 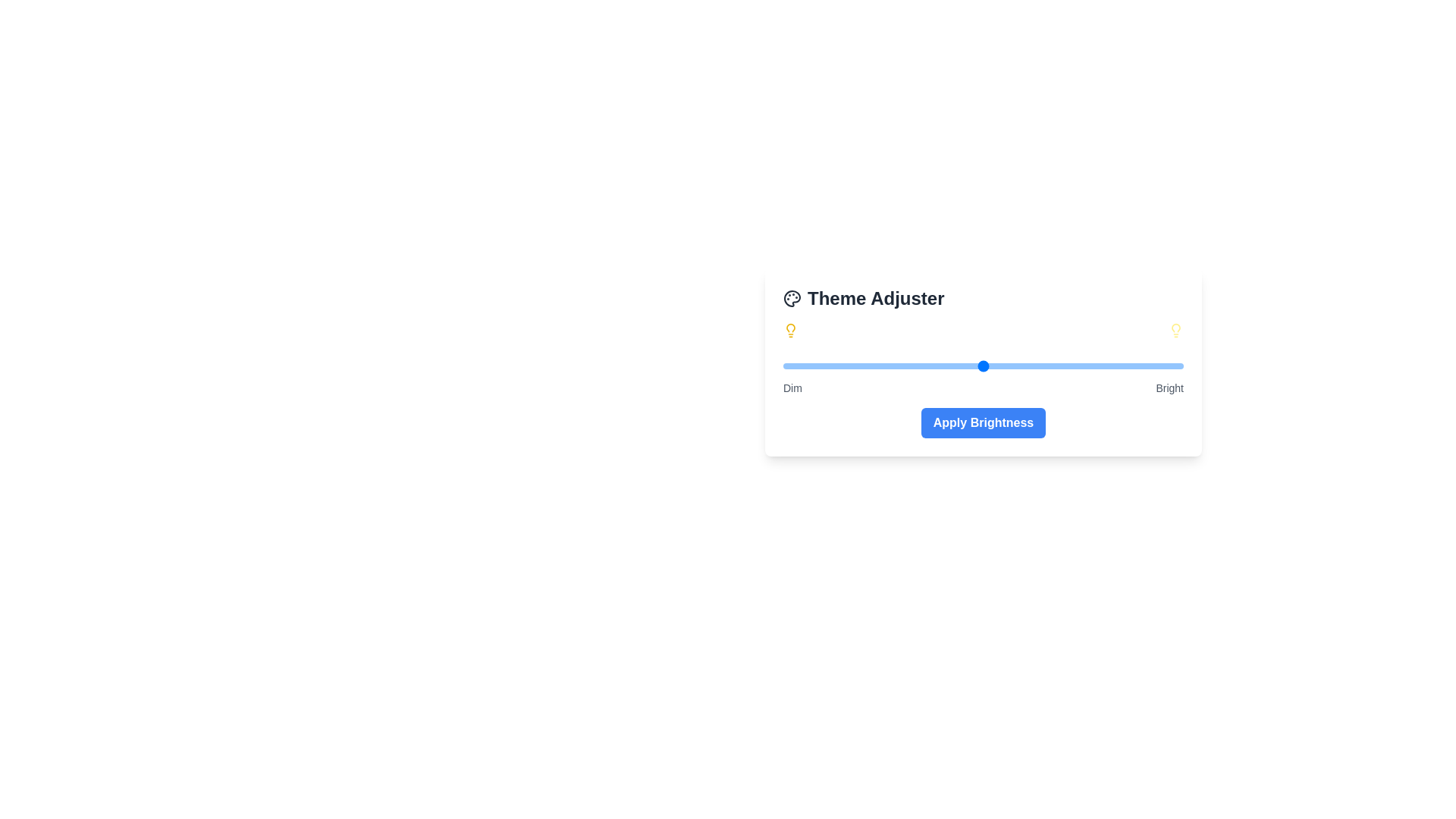 What do you see at coordinates (983, 423) in the screenshot?
I see `'Apply Brightness' button to confirm the selected brightness` at bounding box center [983, 423].